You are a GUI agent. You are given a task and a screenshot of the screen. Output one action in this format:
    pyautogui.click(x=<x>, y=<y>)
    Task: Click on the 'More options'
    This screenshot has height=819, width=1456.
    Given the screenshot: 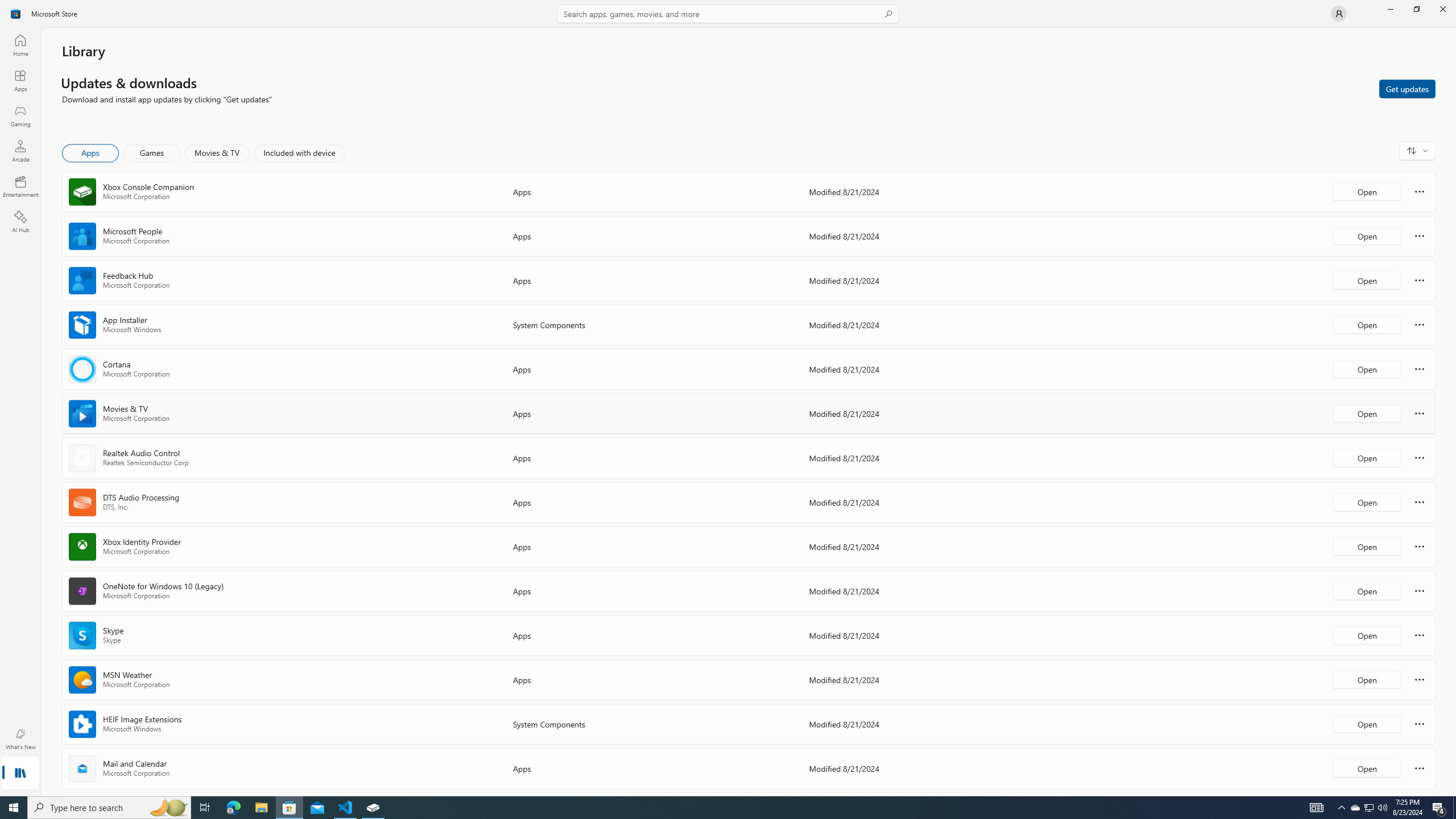 What is the action you would take?
    pyautogui.click(x=1419, y=767)
    